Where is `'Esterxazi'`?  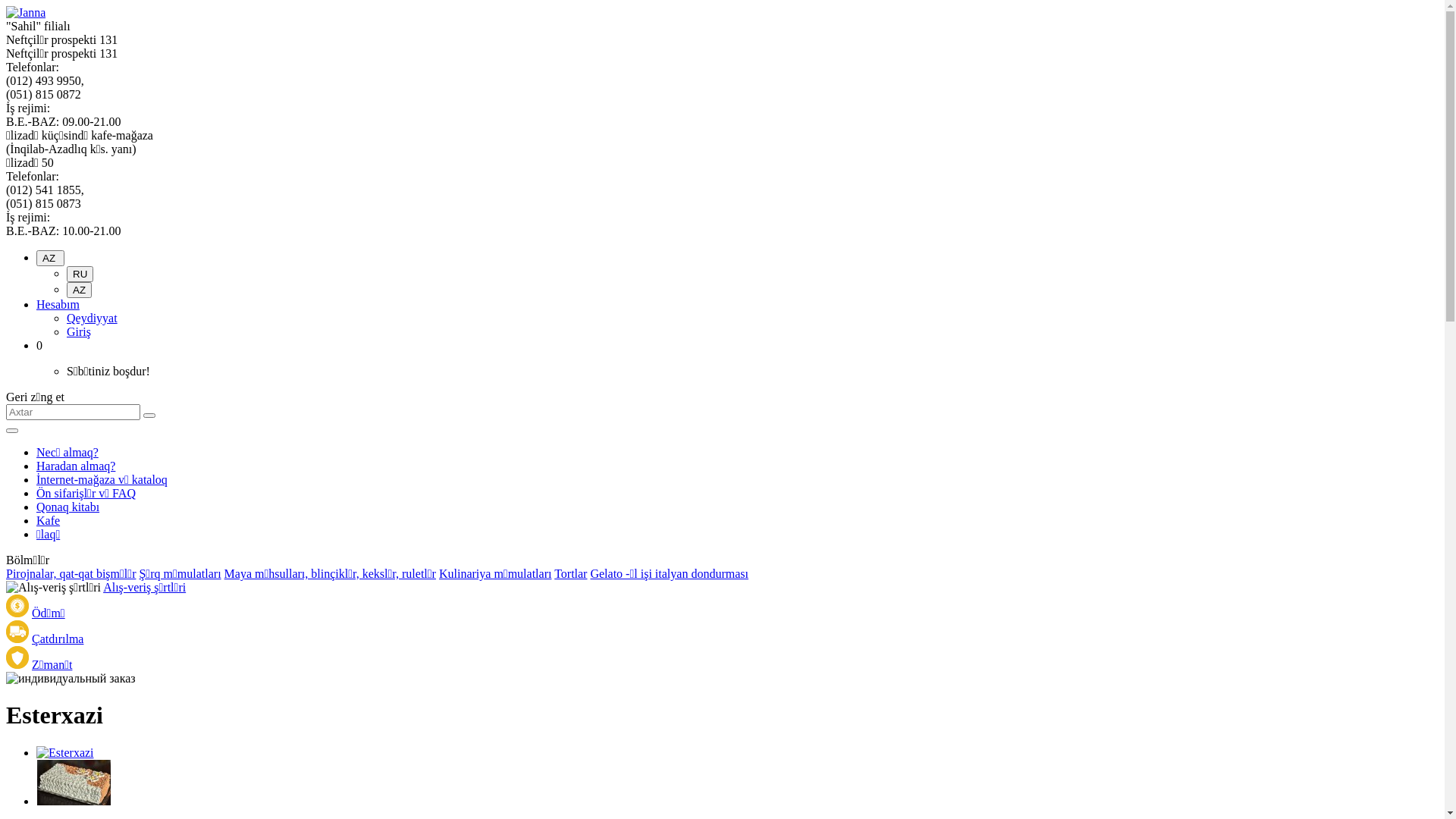
'Esterxazi' is located at coordinates (73, 783).